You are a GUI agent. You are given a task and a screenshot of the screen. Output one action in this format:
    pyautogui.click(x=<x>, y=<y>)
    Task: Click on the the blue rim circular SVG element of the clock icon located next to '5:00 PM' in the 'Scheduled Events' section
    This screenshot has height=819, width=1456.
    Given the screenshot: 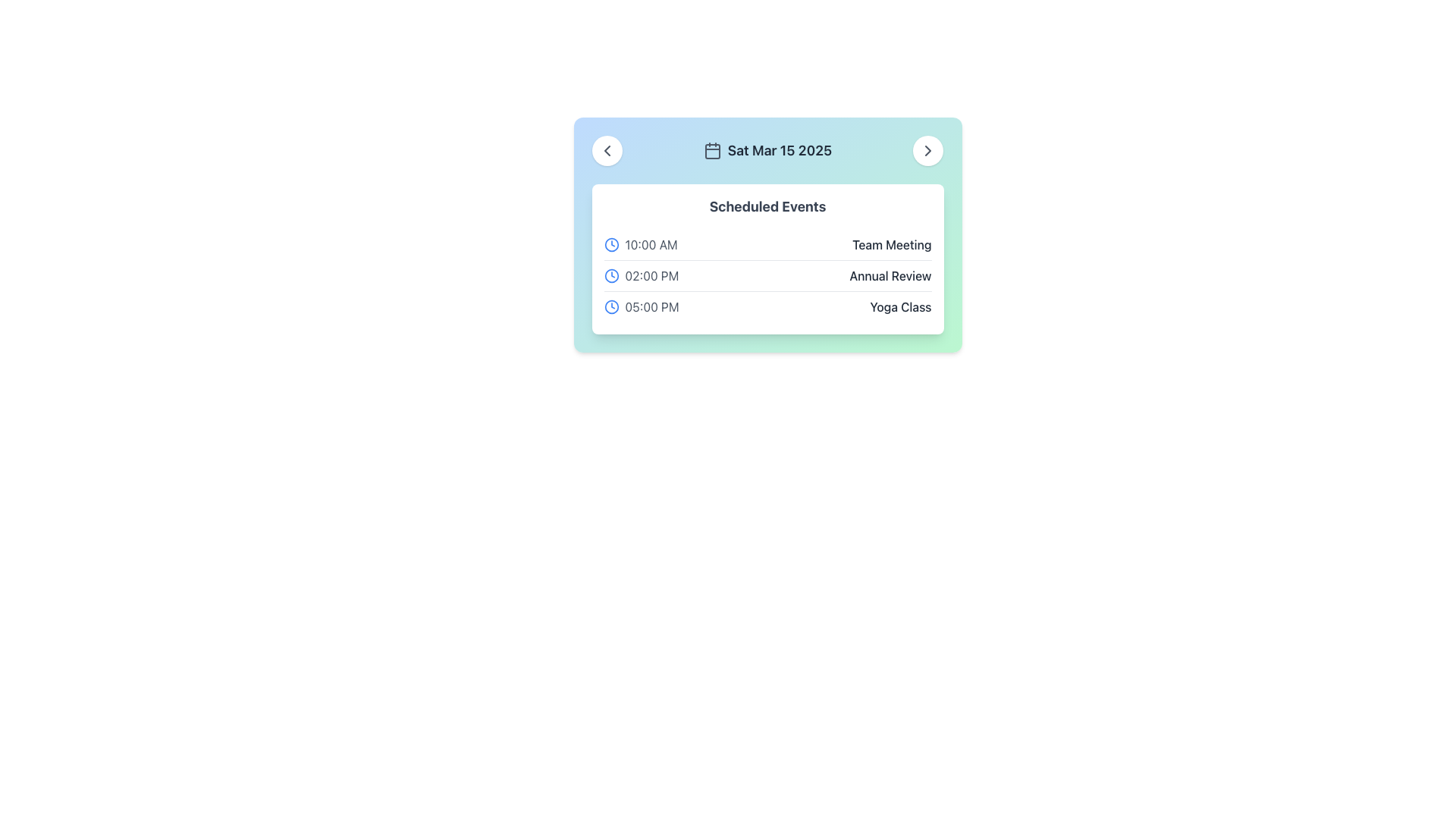 What is the action you would take?
    pyautogui.click(x=611, y=307)
    